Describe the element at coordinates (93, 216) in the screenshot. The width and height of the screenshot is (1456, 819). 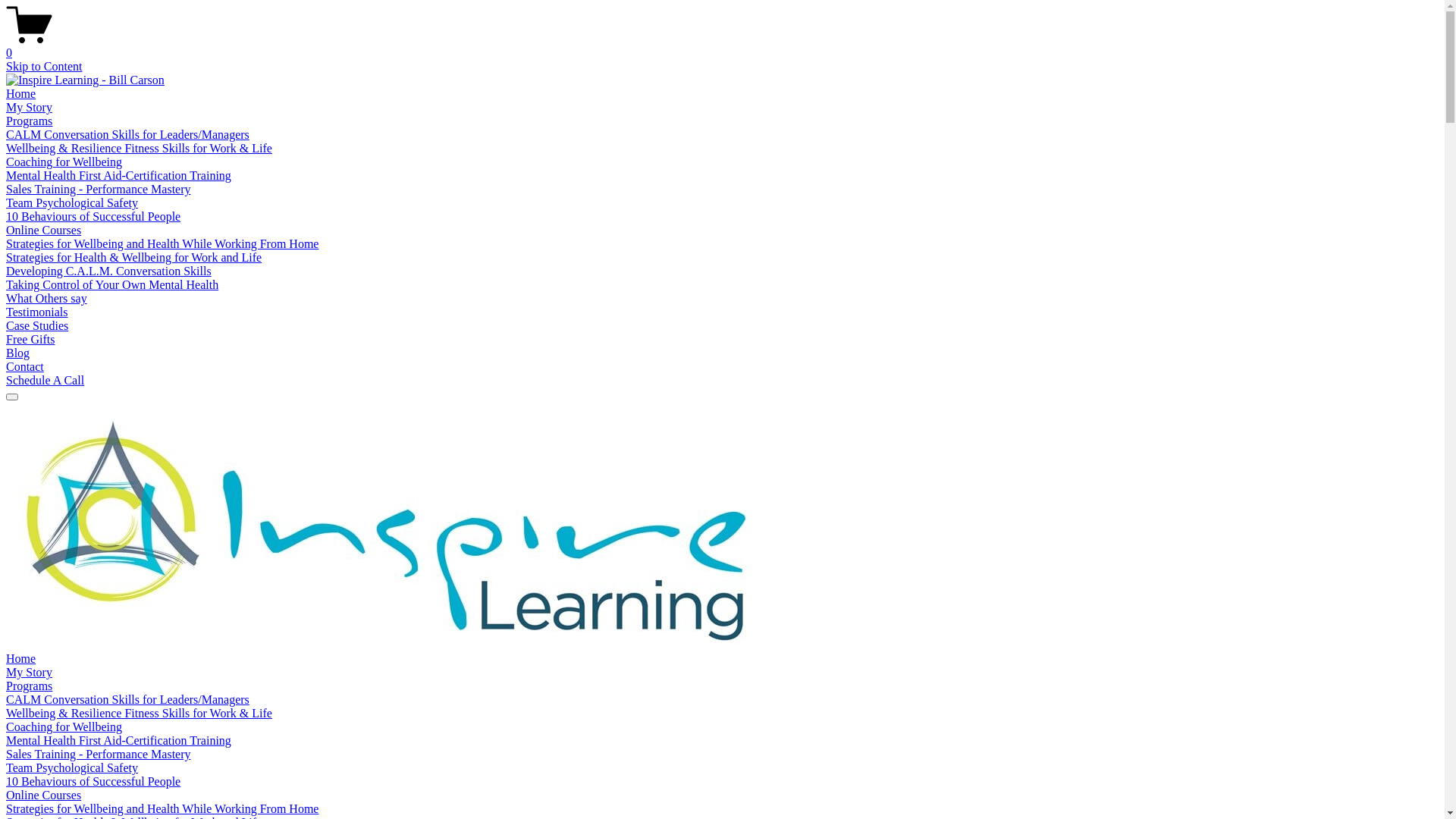
I see `'10 Behaviours of Successful People'` at that location.